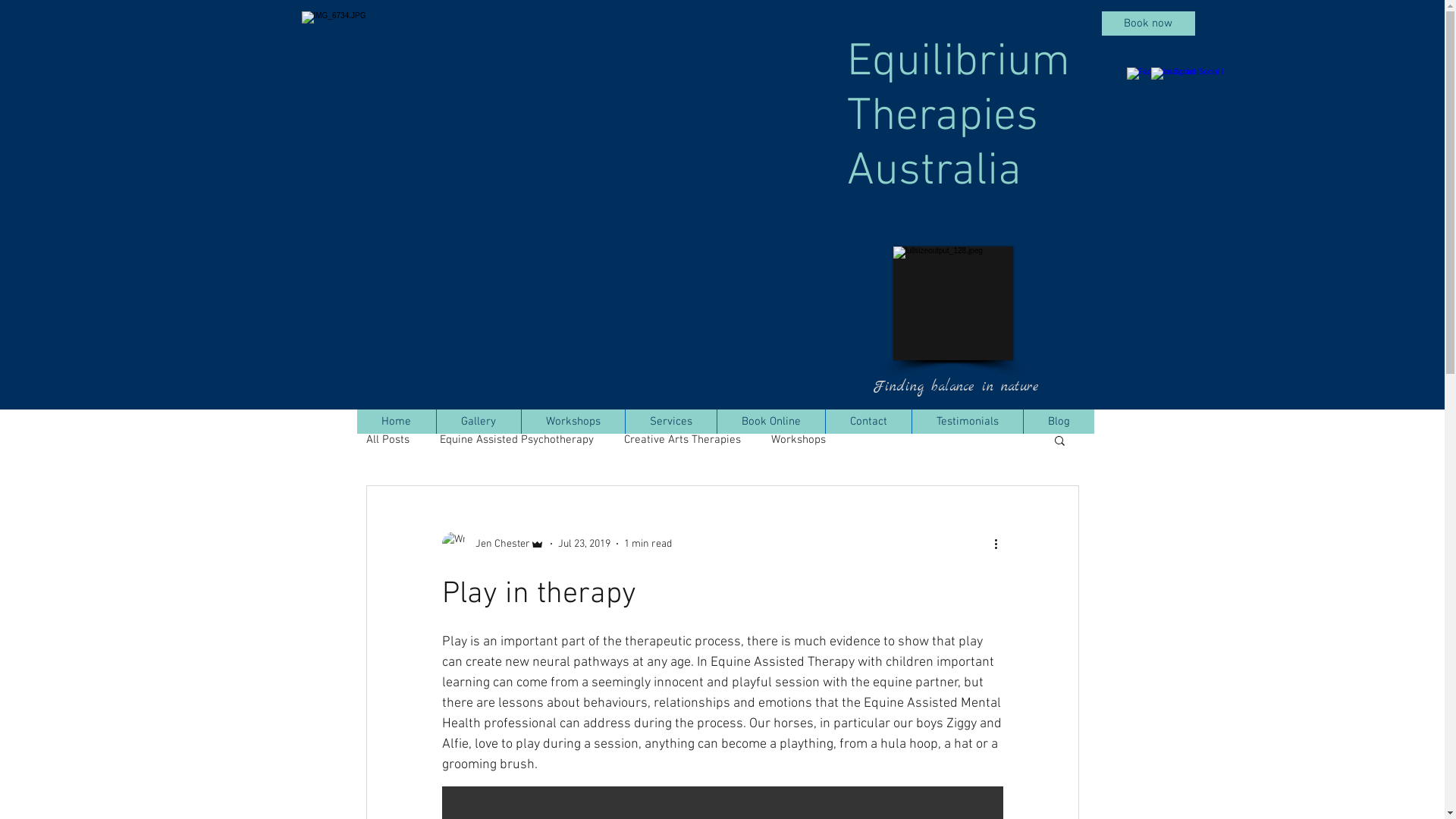 Image resolution: width=1456 pixels, height=819 pixels. What do you see at coordinates (516, 439) in the screenshot?
I see `'Equine Assisted Psychotherapy'` at bounding box center [516, 439].